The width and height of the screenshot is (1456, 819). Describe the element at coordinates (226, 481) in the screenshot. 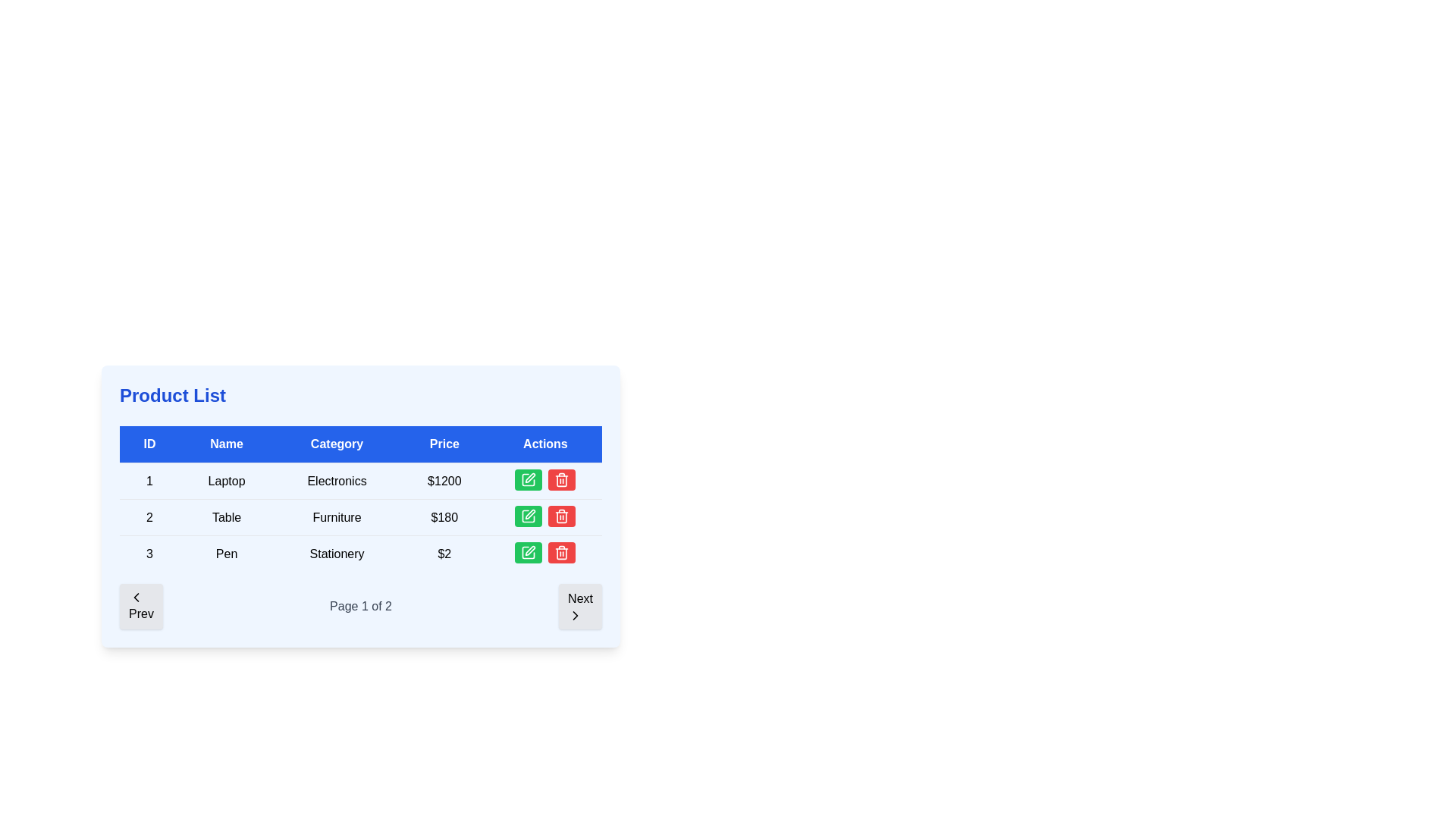

I see `the Text label for the product name in the 'Name' column of the table, corresponding to the first row labeled ID 1, adjacent to the 'Electronics' text` at that location.